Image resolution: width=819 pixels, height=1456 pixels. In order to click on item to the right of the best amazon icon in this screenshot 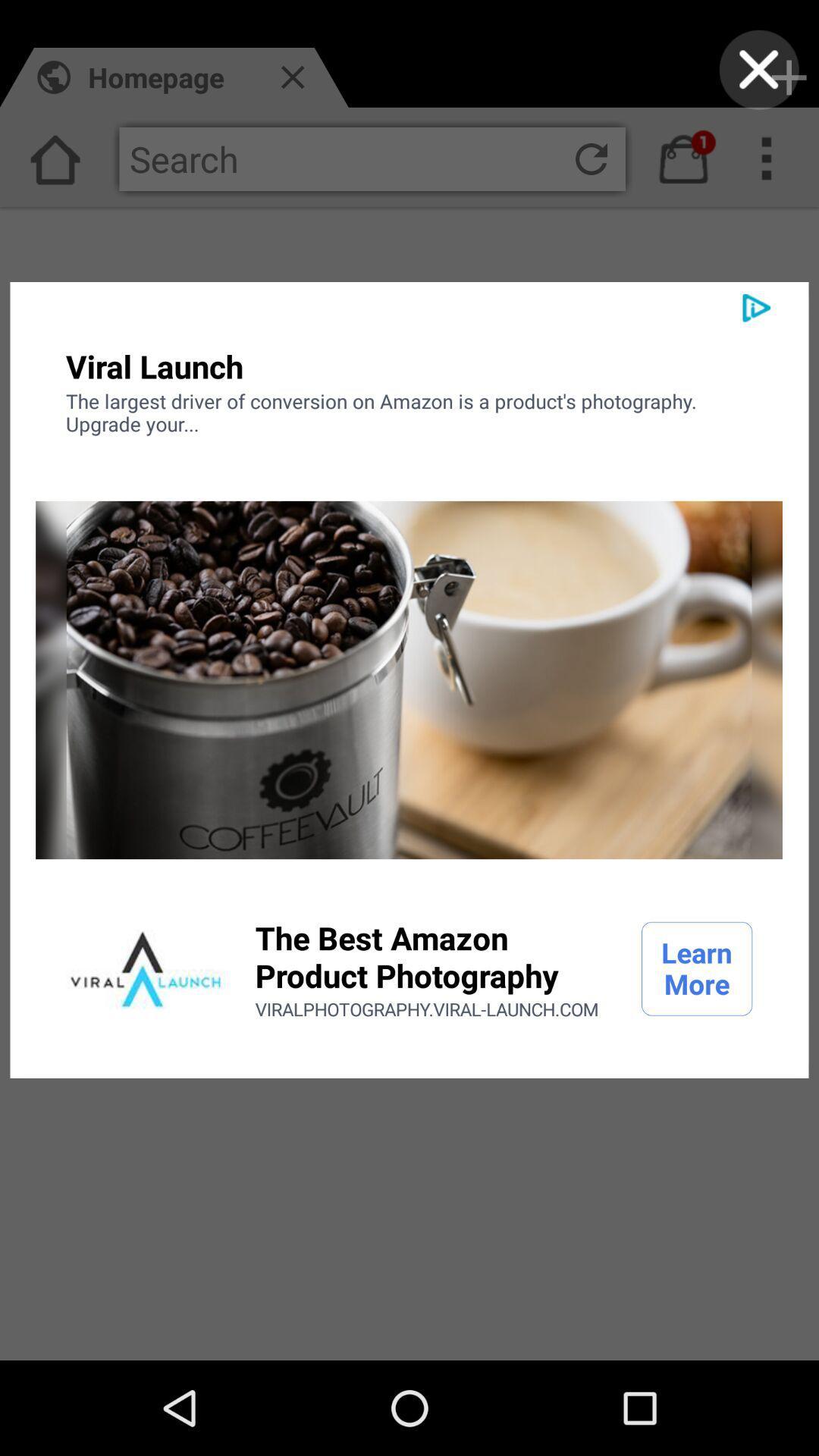, I will do `click(697, 968)`.